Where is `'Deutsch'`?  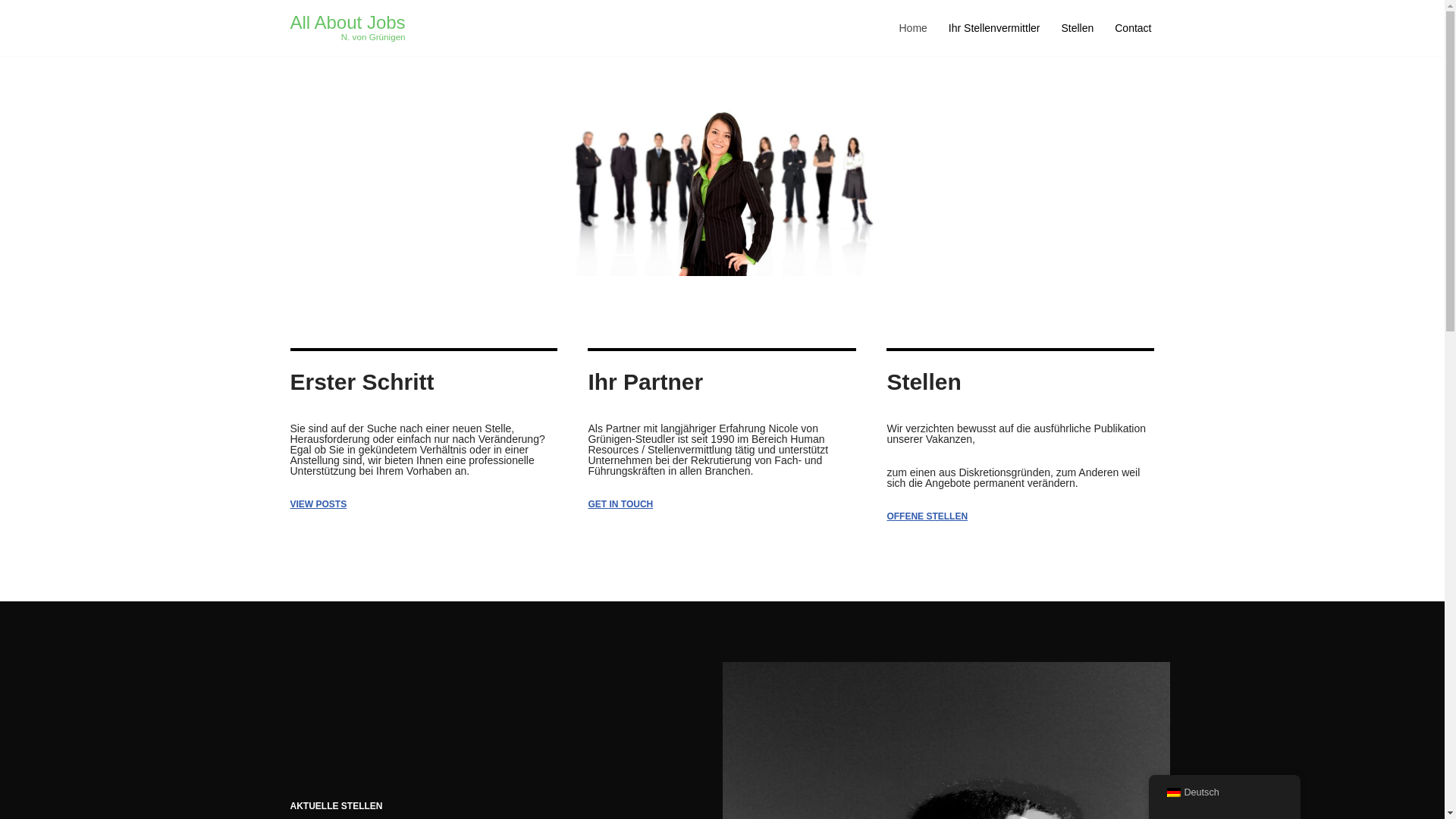
'Deutsch' is located at coordinates (1223, 792).